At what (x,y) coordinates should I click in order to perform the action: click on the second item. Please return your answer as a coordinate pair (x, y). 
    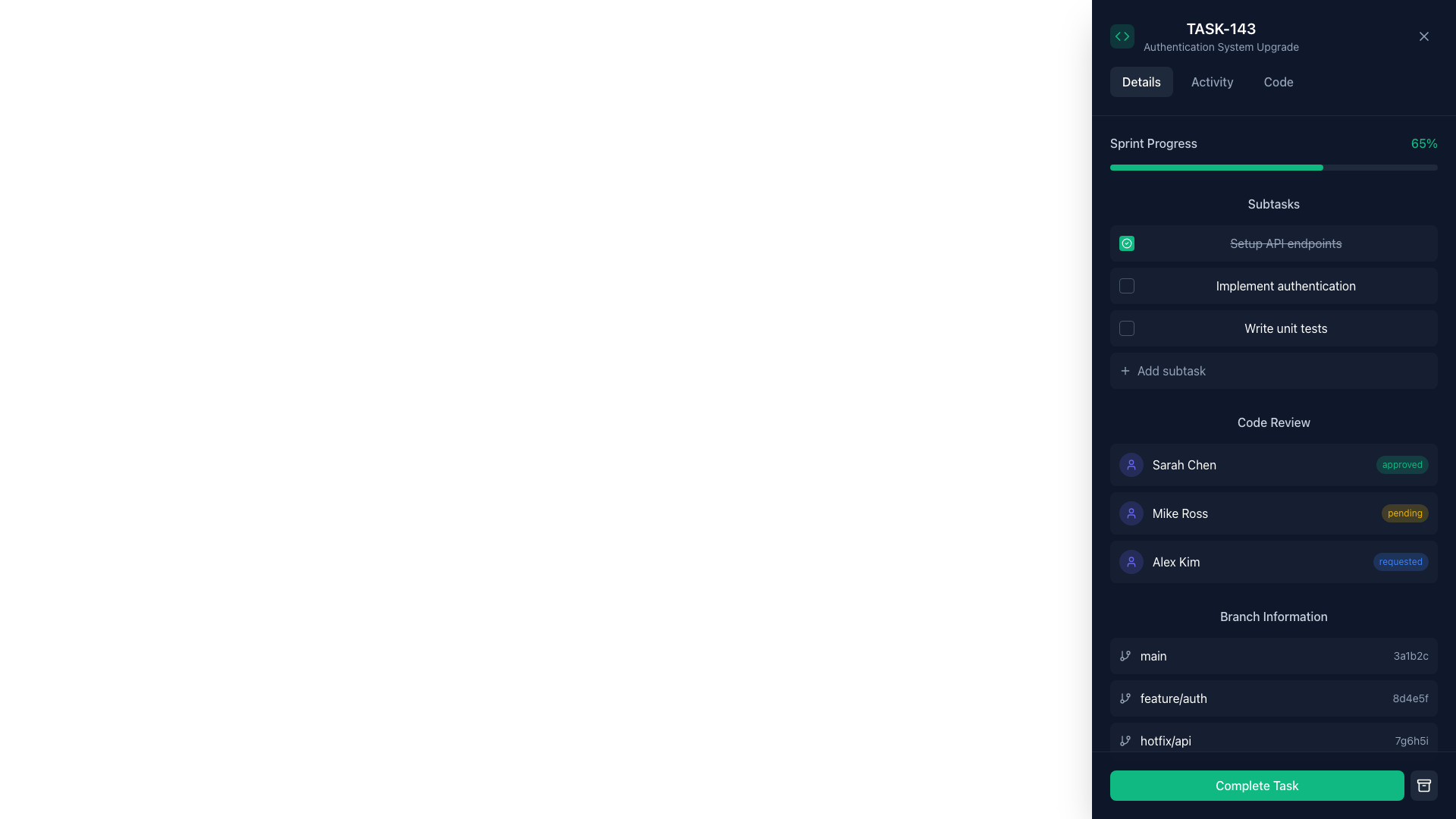
    Looking at the image, I should click on (1274, 698).